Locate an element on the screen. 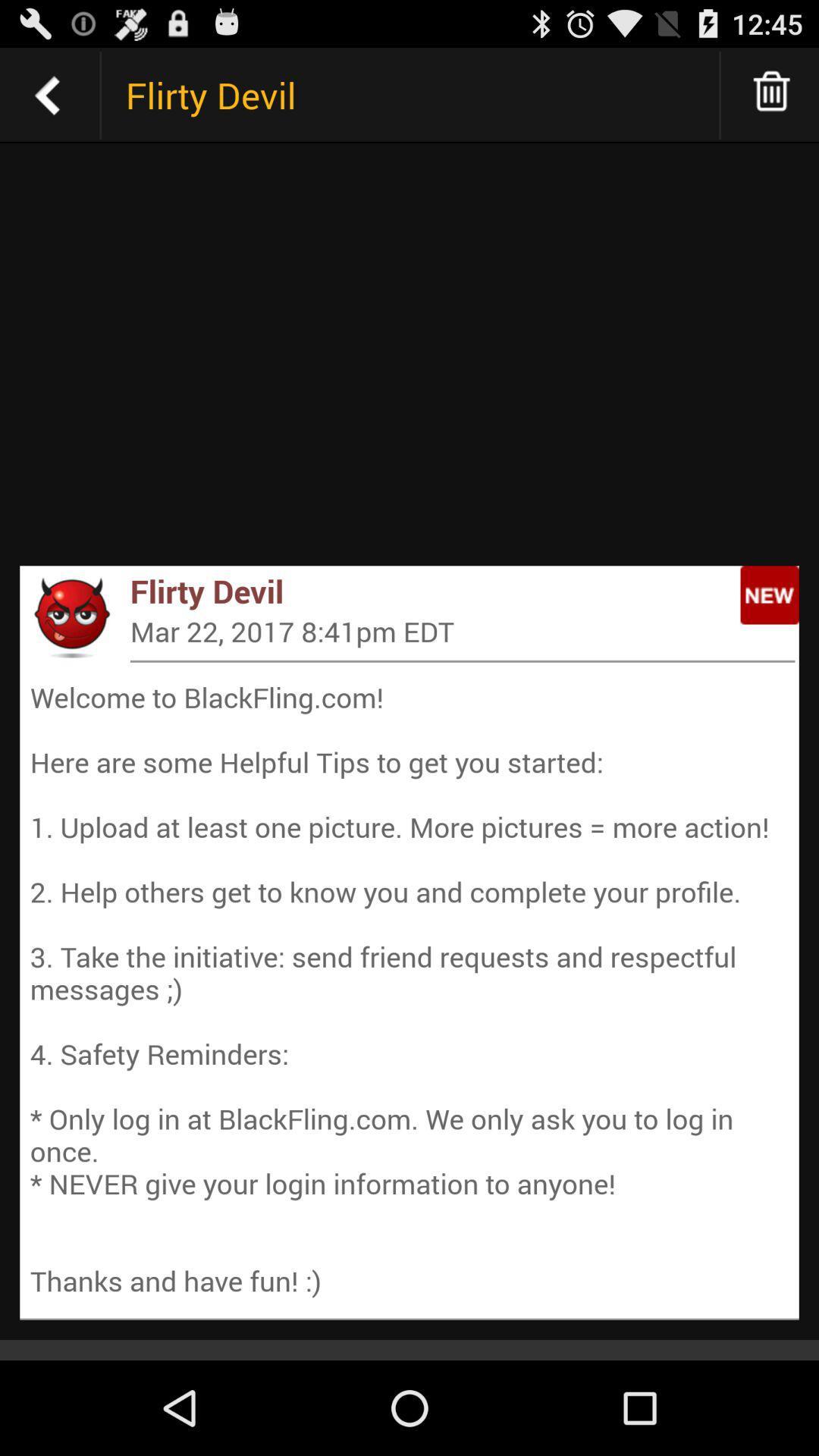 The width and height of the screenshot is (819, 1456). item on the right is located at coordinates (770, 594).